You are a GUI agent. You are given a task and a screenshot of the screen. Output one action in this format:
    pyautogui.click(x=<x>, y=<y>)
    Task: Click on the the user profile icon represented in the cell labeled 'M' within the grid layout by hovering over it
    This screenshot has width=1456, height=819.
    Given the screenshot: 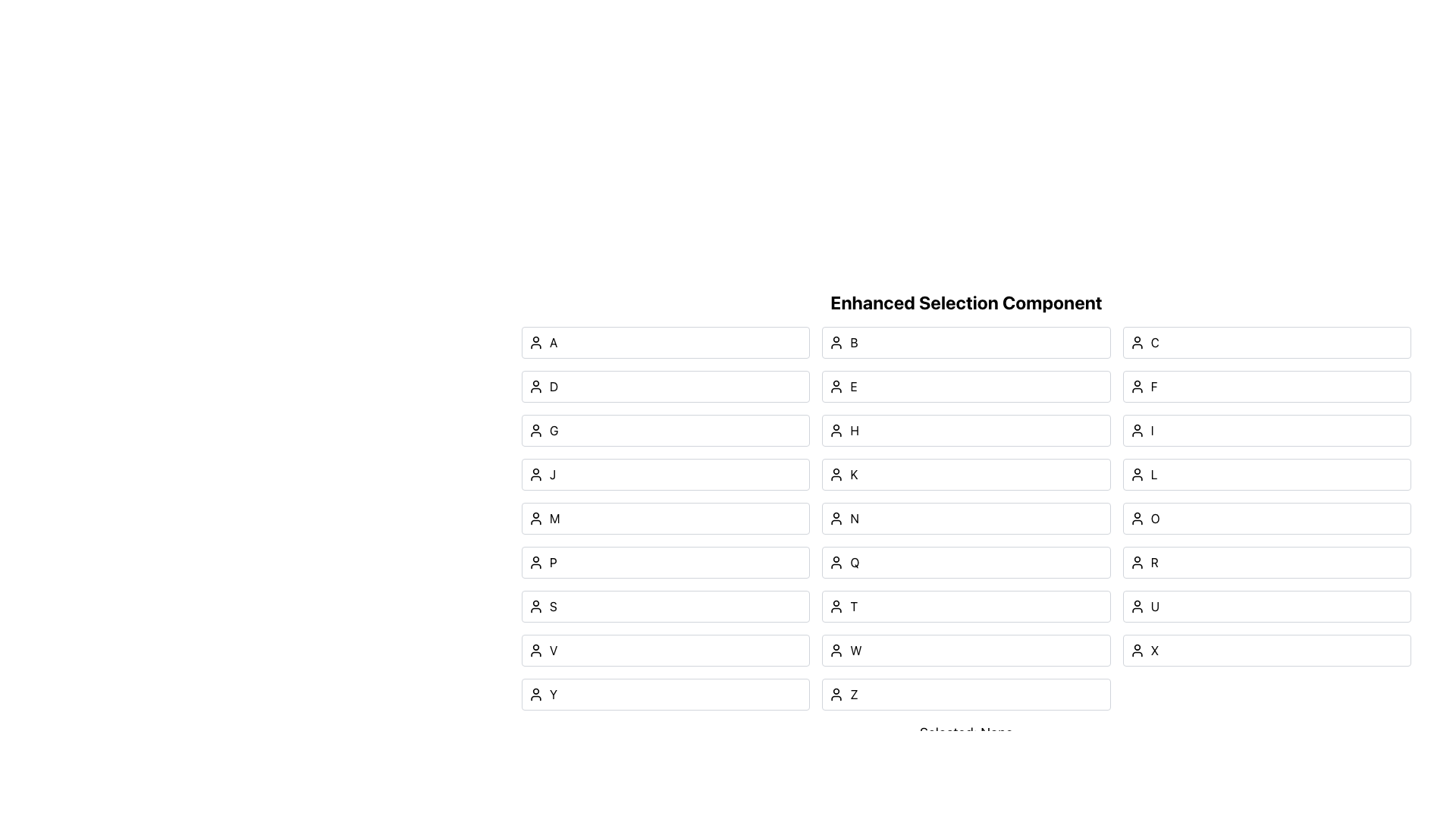 What is the action you would take?
    pyautogui.click(x=535, y=517)
    